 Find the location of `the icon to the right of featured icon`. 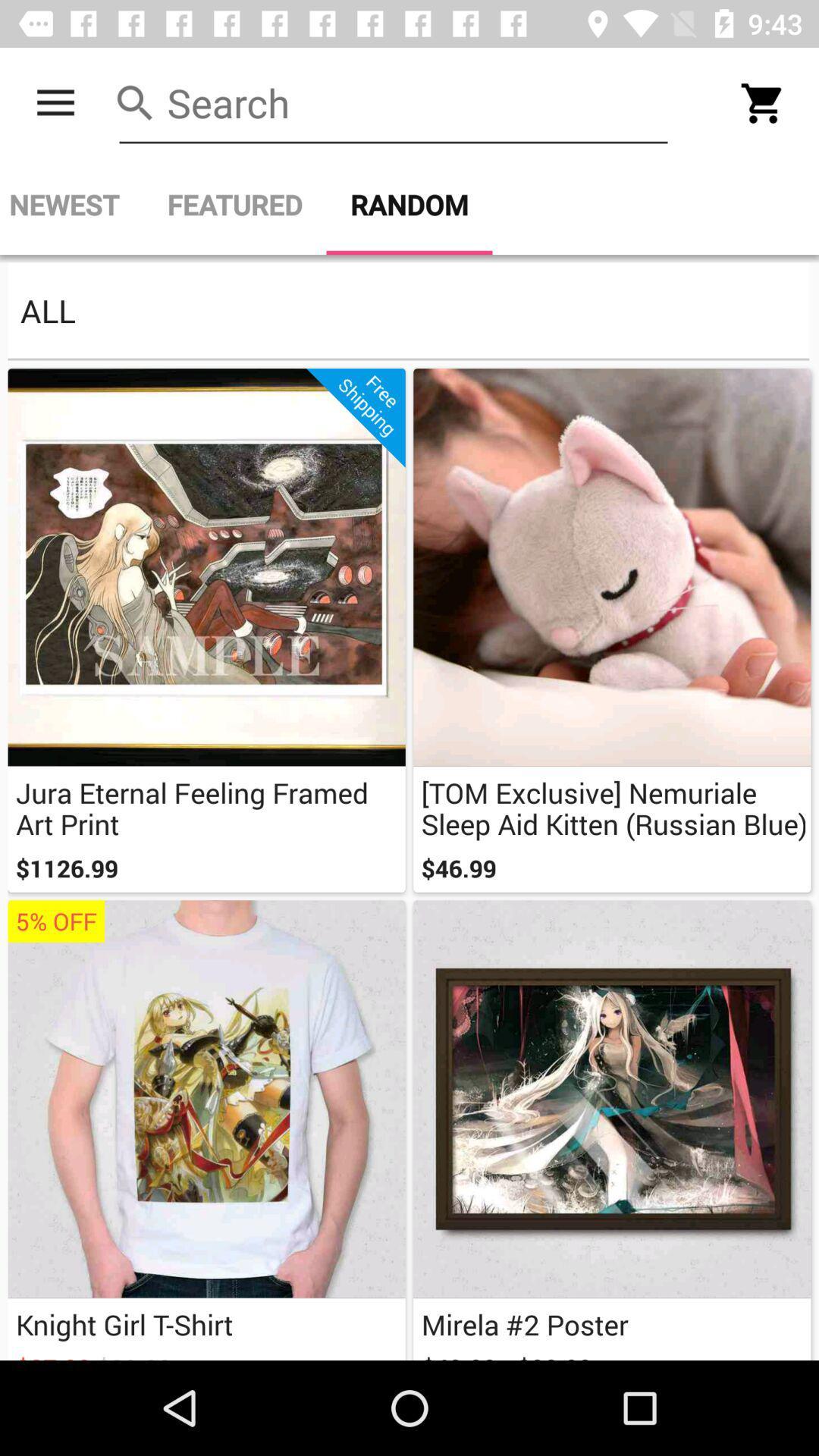

the icon to the right of featured icon is located at coordinates (409, 204).